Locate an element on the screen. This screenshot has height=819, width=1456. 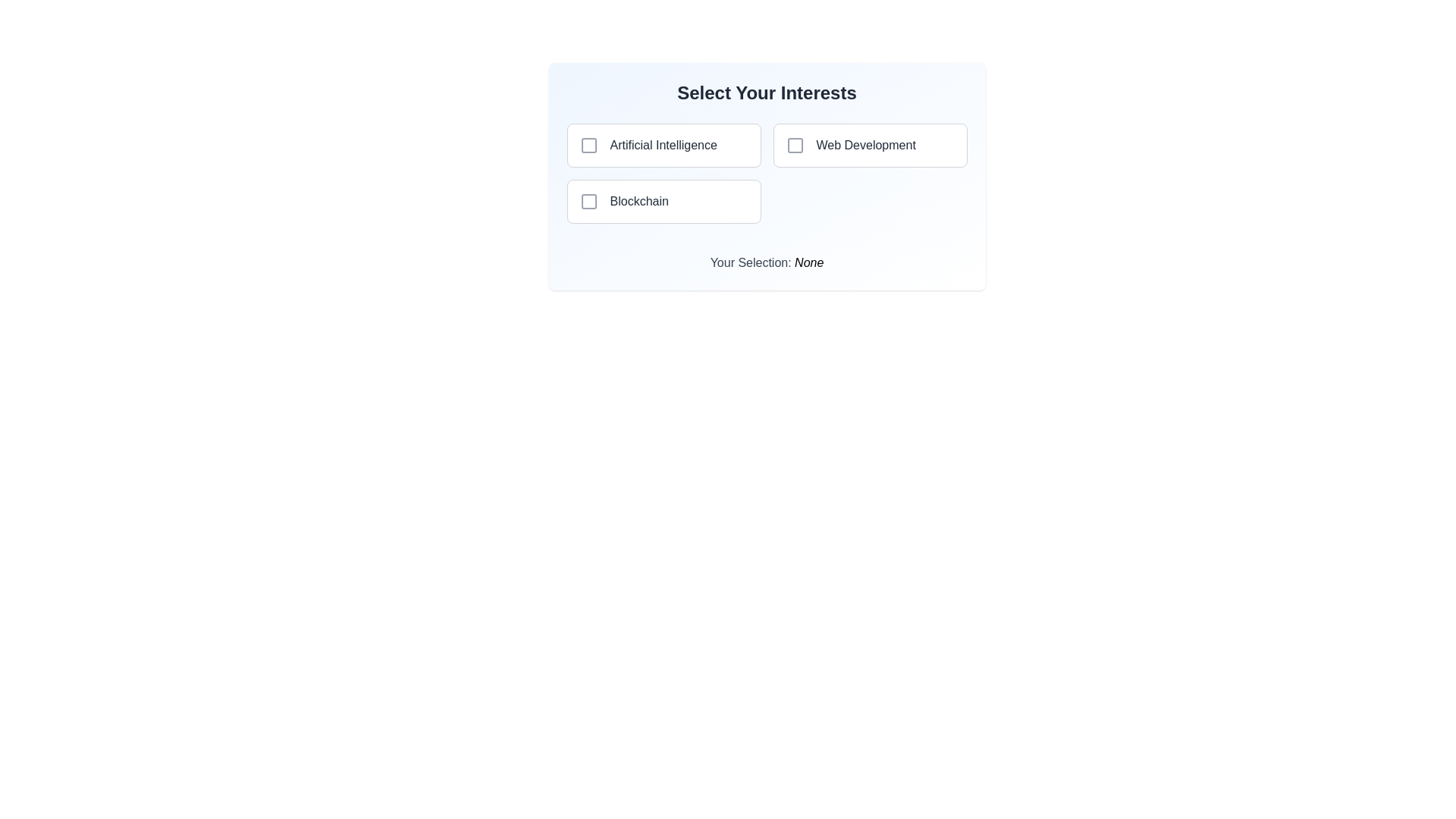
the text label displaying 'Your Selection:' with the value 'None' located at the bottom of the card component titled 'Select Your Interests' is located at coordinates (767, 256).